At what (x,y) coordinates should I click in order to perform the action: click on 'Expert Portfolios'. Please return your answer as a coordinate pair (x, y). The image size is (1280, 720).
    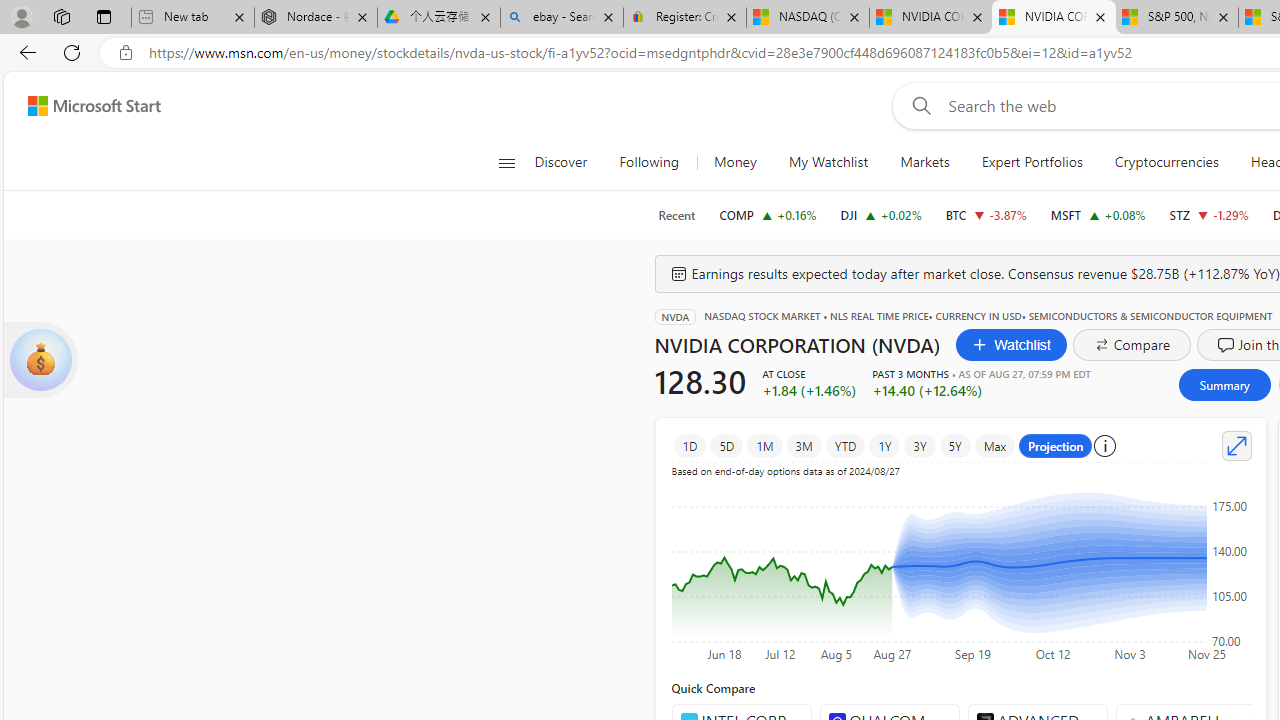
    Looking at the image, I should click on (1031, 162).